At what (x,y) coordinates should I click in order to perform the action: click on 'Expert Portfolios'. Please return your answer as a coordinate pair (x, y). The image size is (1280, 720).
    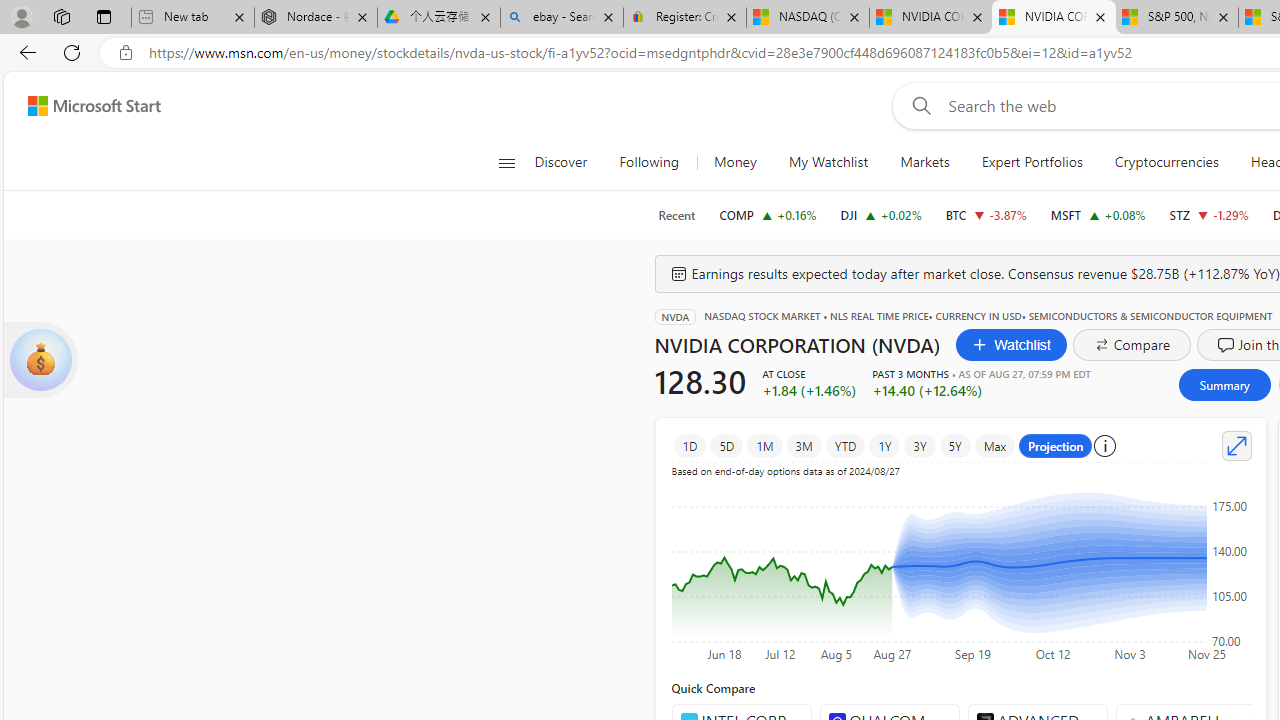
    Looking at the image, I should click on (1031, 162).